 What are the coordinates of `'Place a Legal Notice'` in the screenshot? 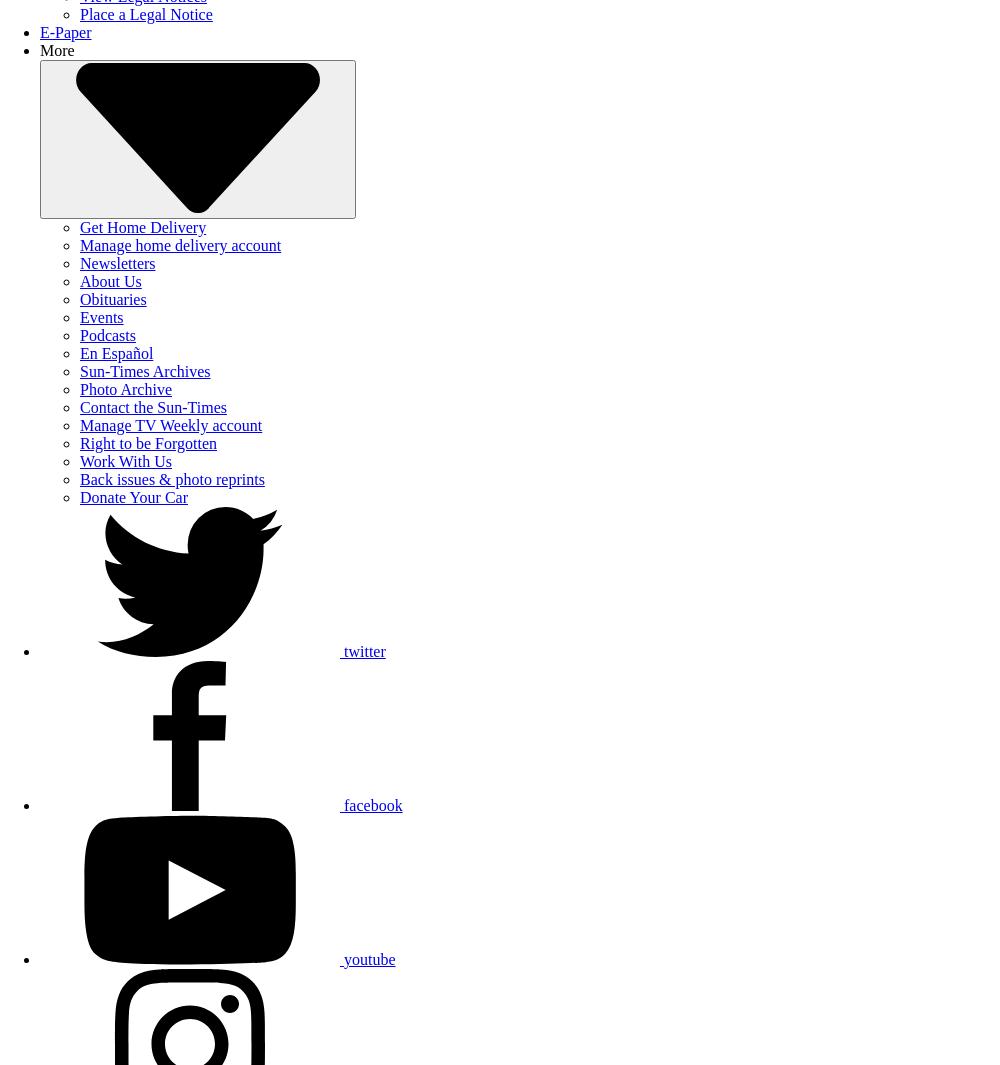 It's located at (146, 13).